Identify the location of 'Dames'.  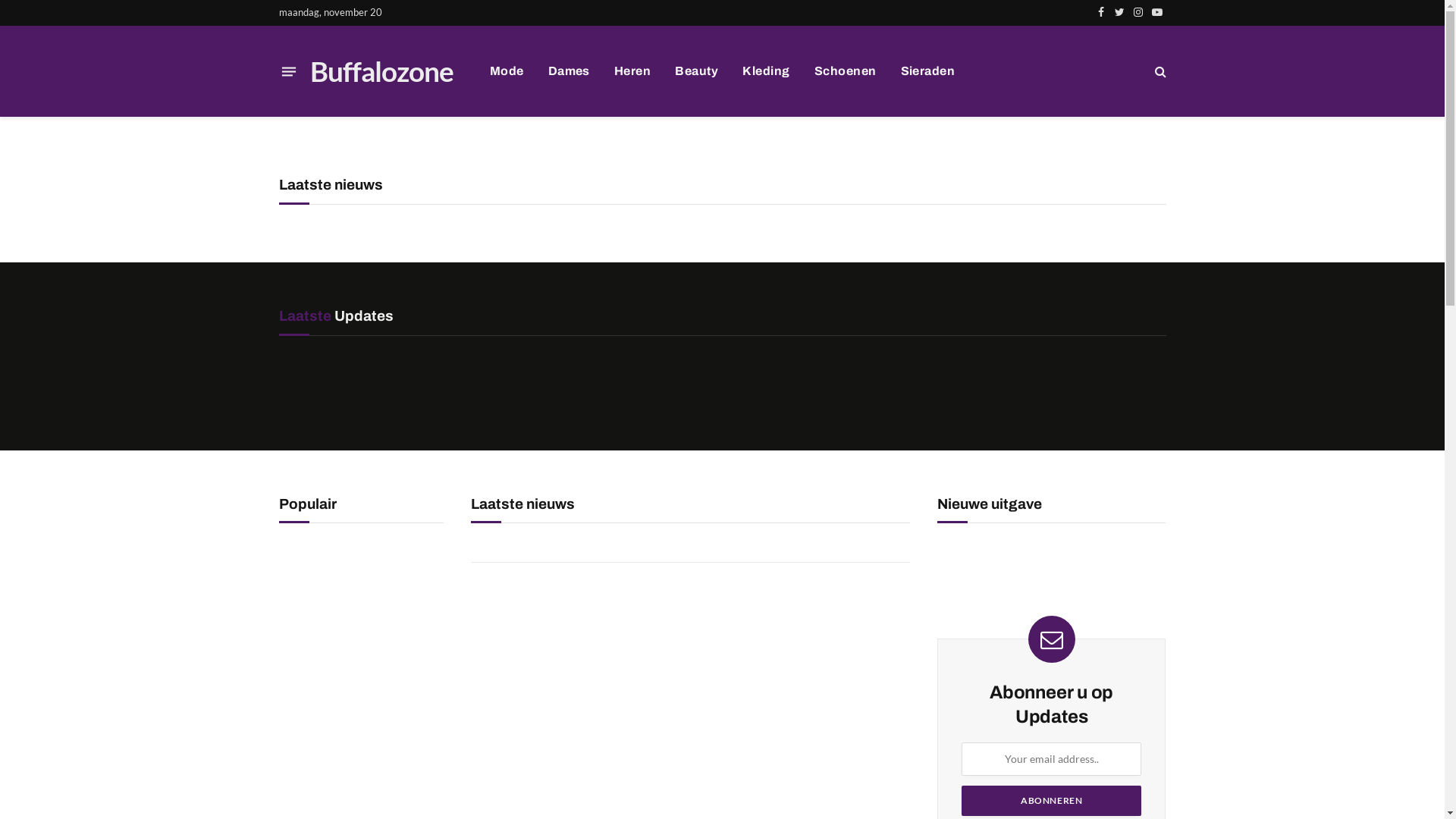
(568, 71).